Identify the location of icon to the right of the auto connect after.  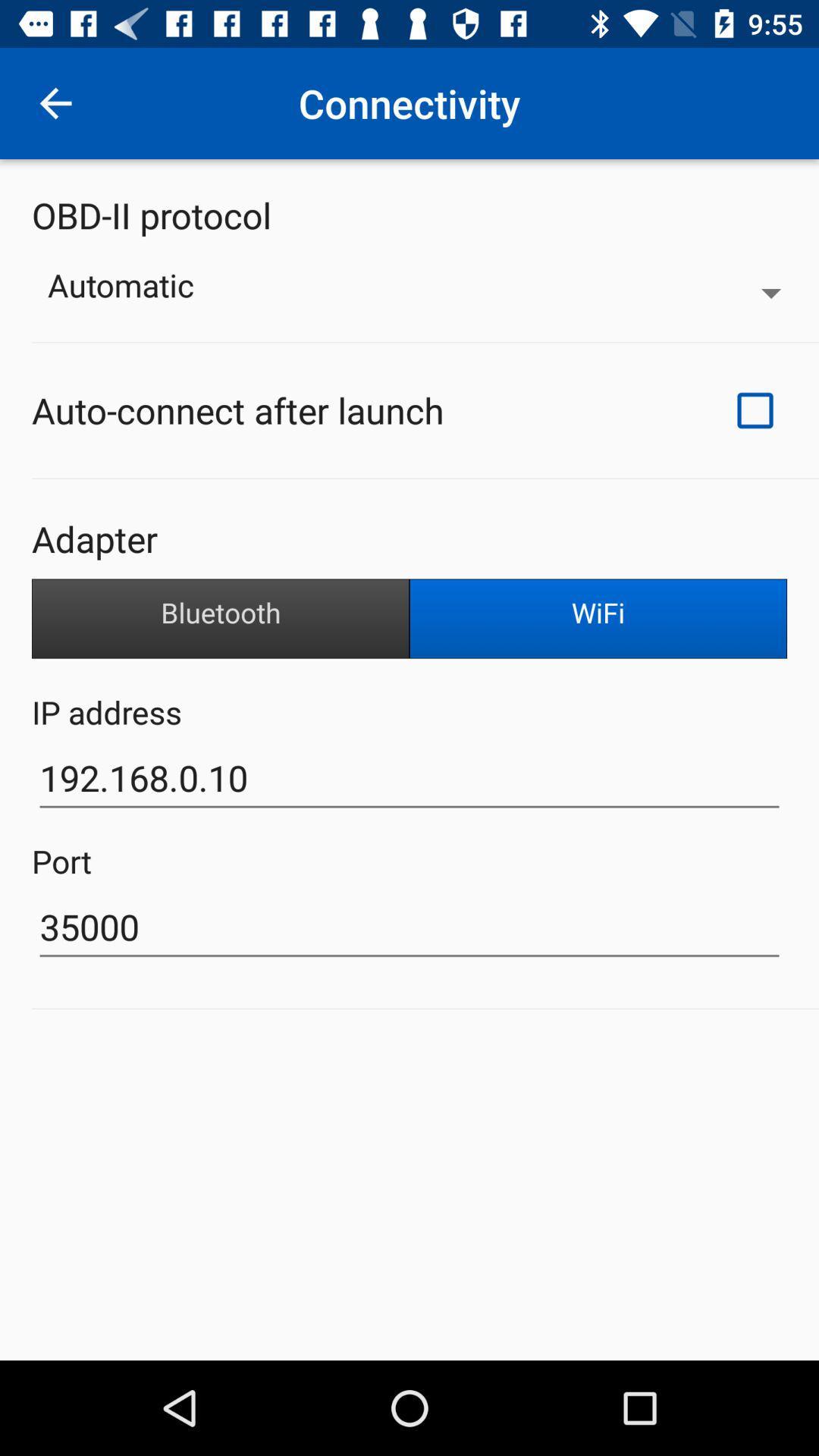
(755, 410).